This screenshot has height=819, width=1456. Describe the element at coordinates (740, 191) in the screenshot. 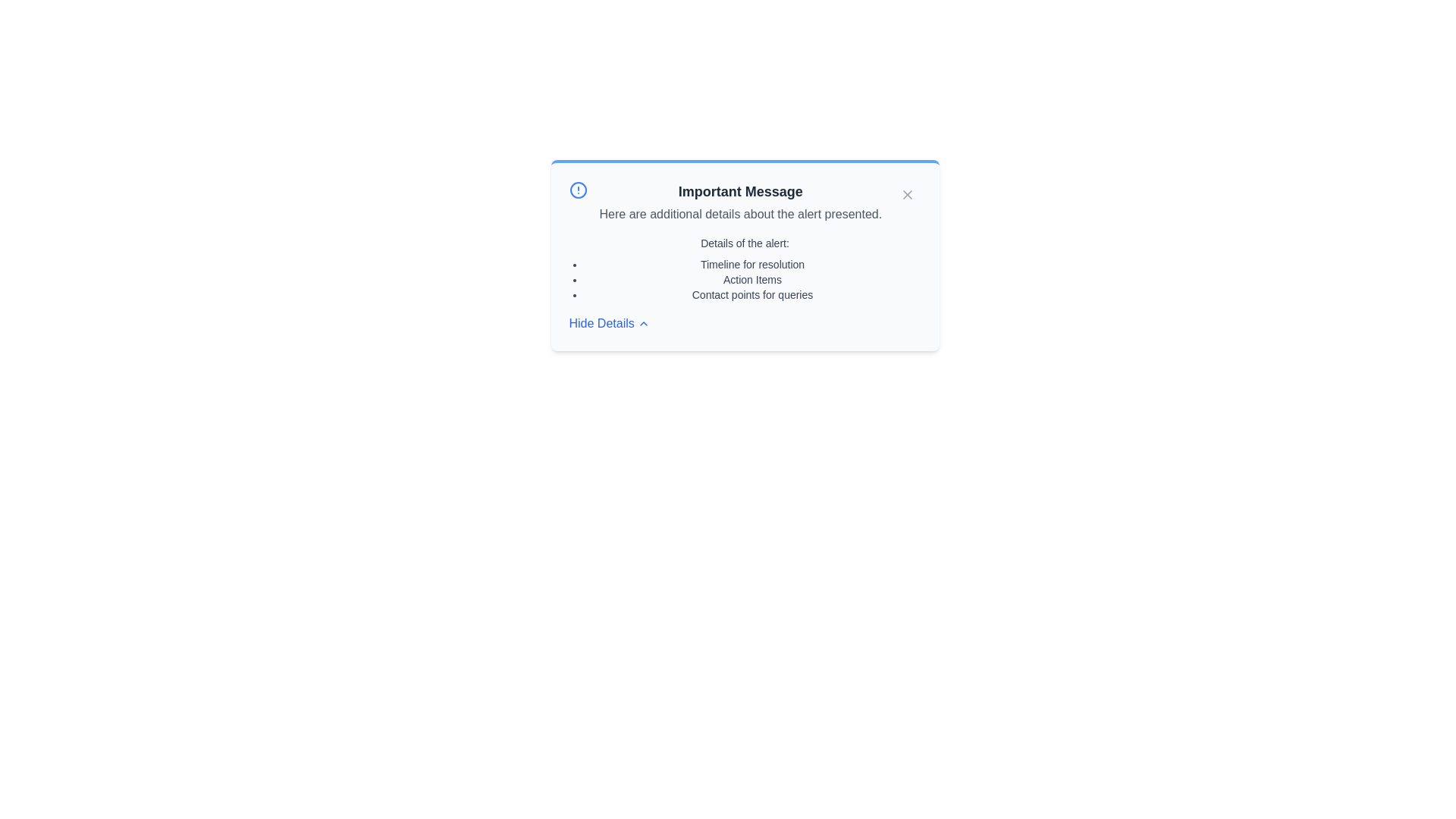

I see `the text label that serves as a heading for the alert message, located at the top of the dialog box` at that location.